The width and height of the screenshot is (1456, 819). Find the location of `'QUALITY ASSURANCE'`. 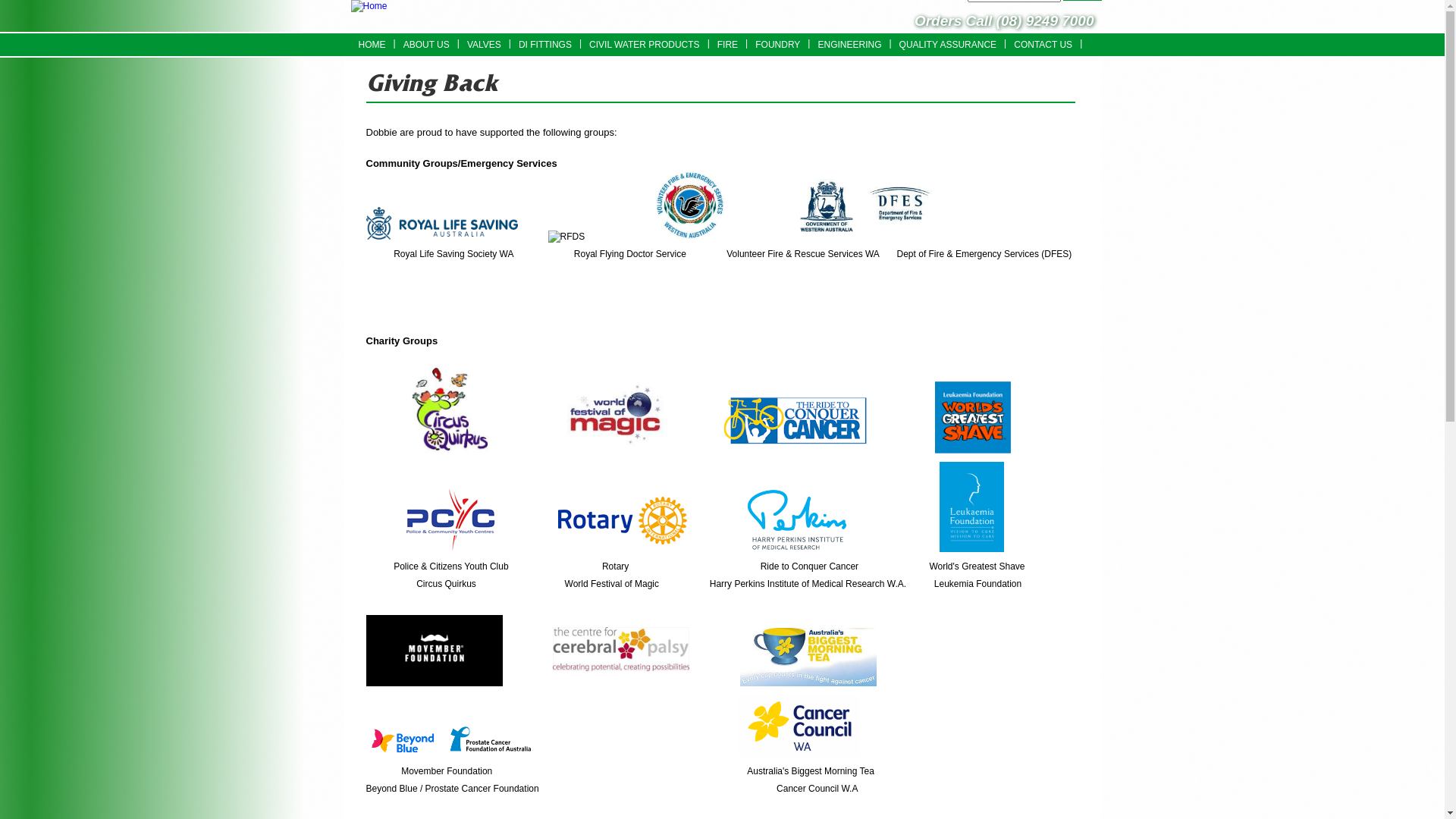

'QUALITY ASSURANCE' is located at coordinates (946, 44).